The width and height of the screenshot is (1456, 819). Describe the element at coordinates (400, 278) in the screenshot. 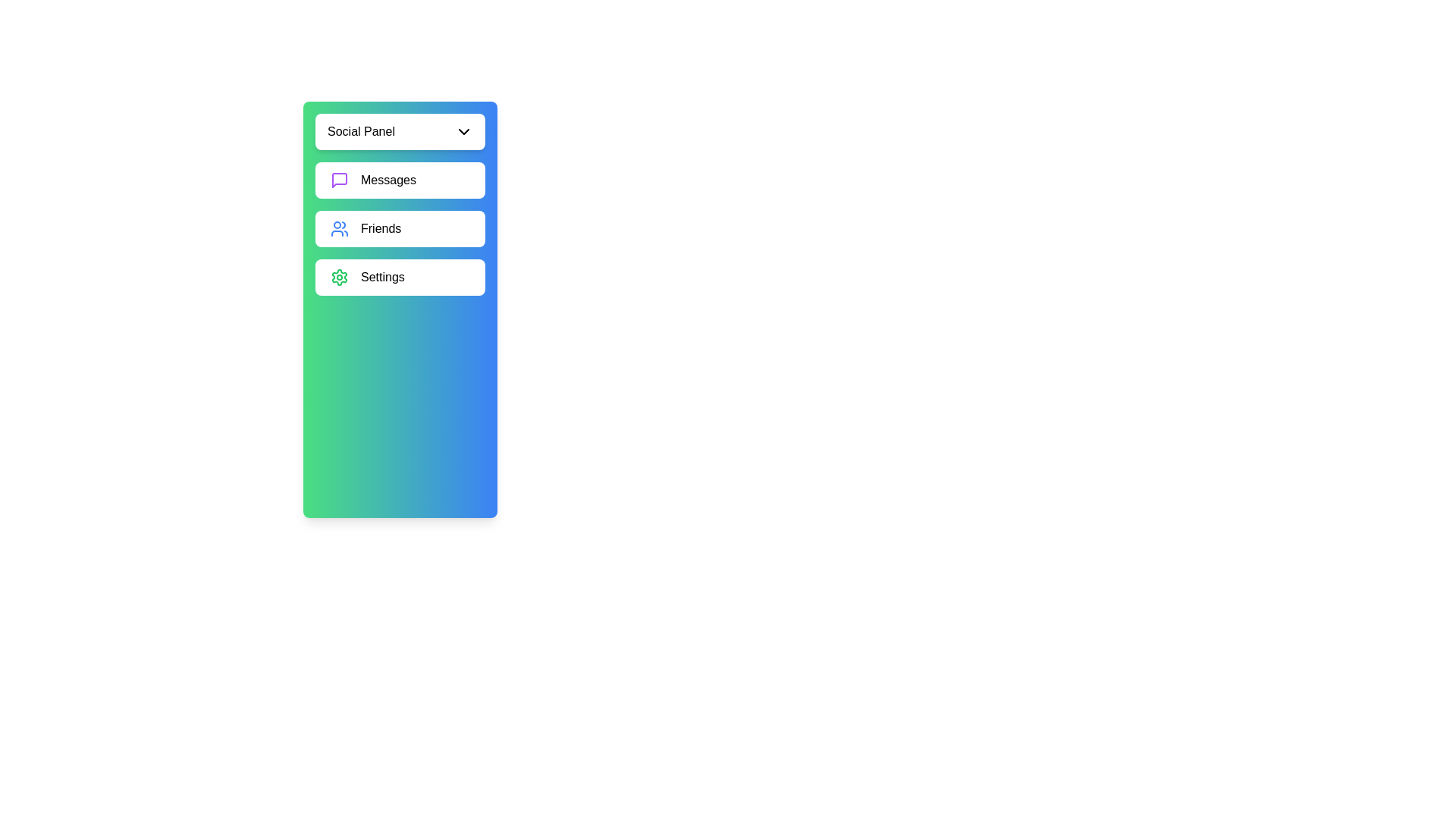

I see `the 'Settings' item in the sidebar` at that location.